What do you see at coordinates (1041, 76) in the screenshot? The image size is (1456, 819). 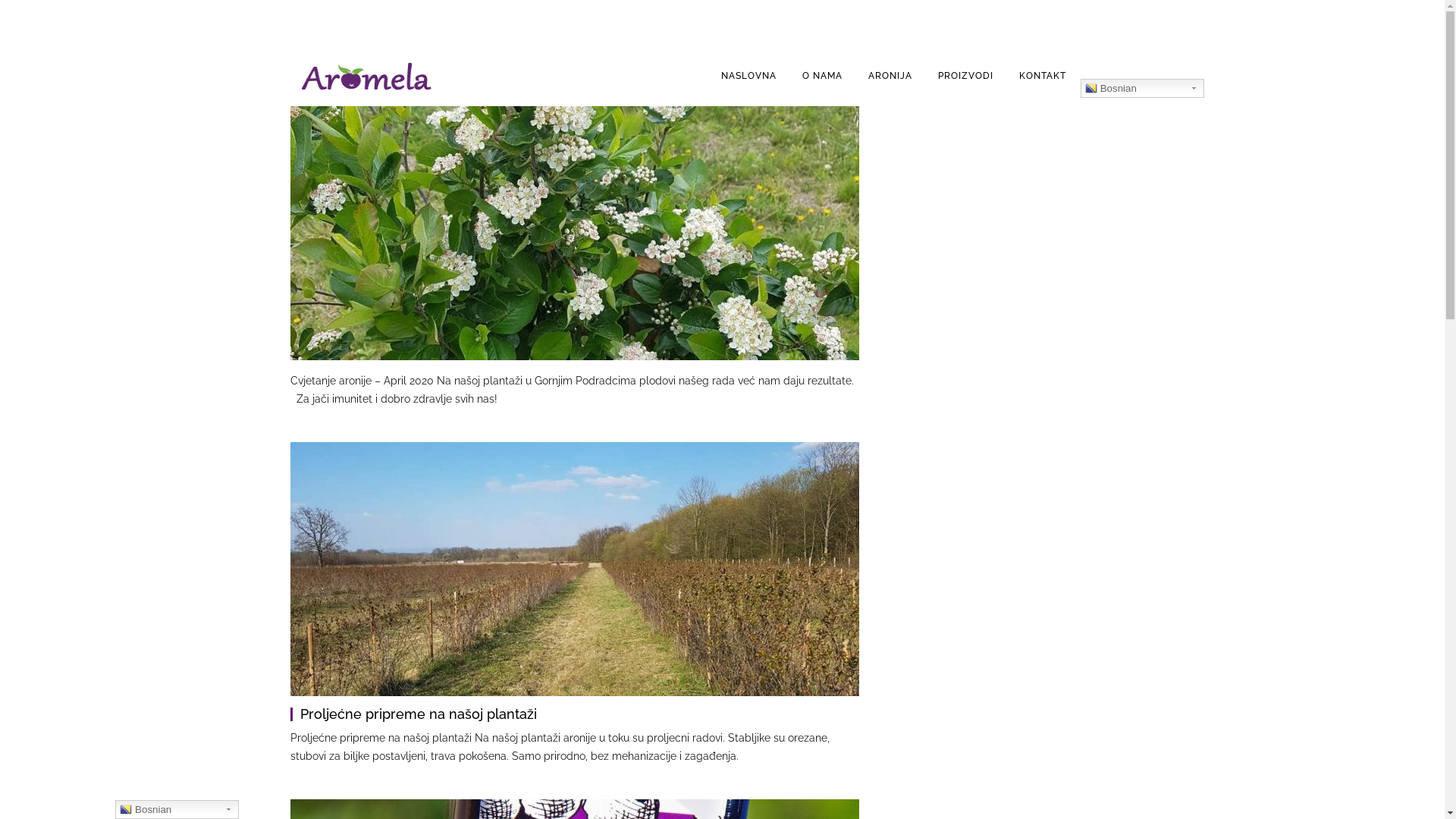 I see `'KONTAKT'` at bounding box center [1041, 76].